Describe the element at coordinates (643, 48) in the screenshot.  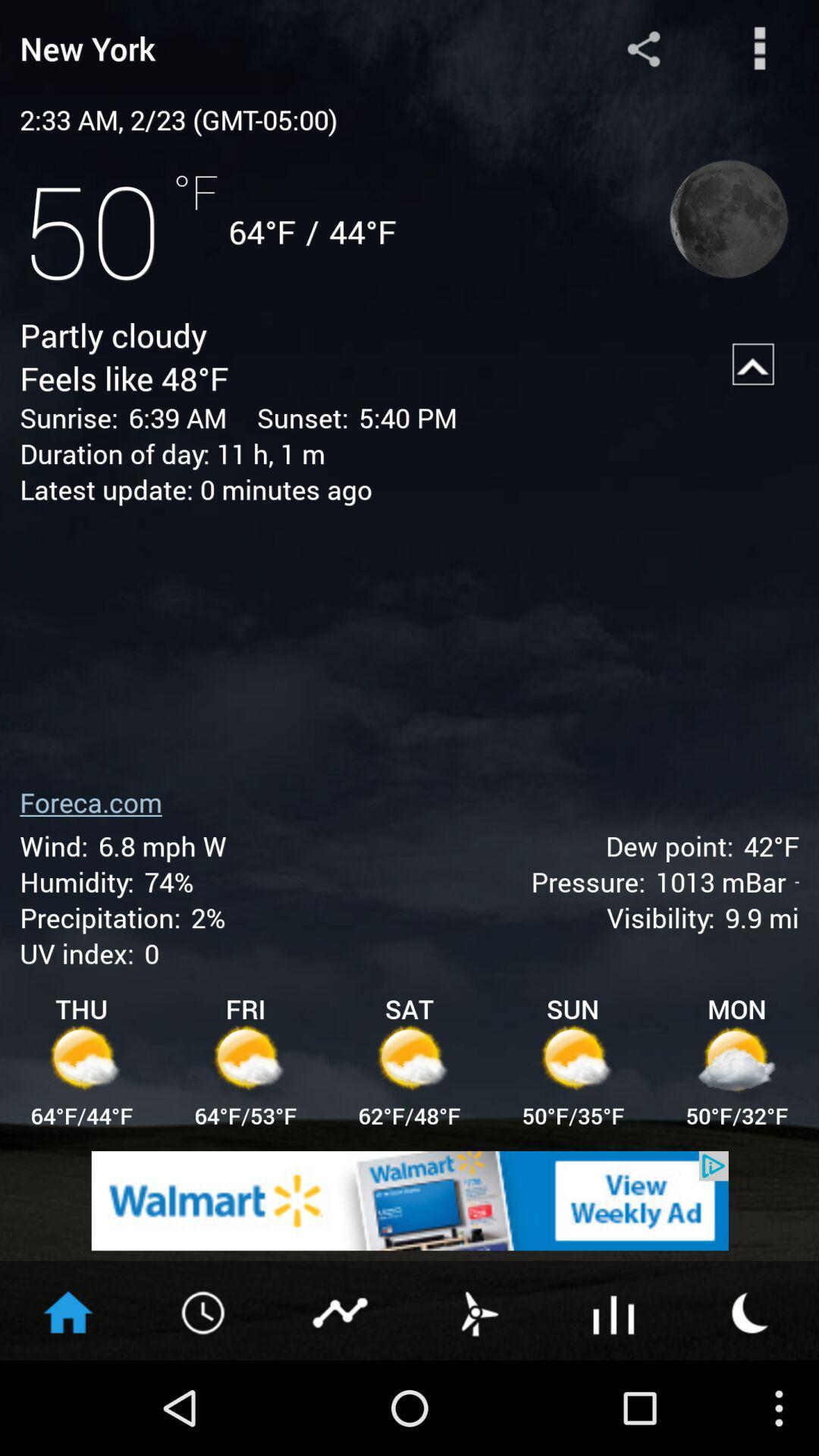
I see `this button share the data on social media` at that location.